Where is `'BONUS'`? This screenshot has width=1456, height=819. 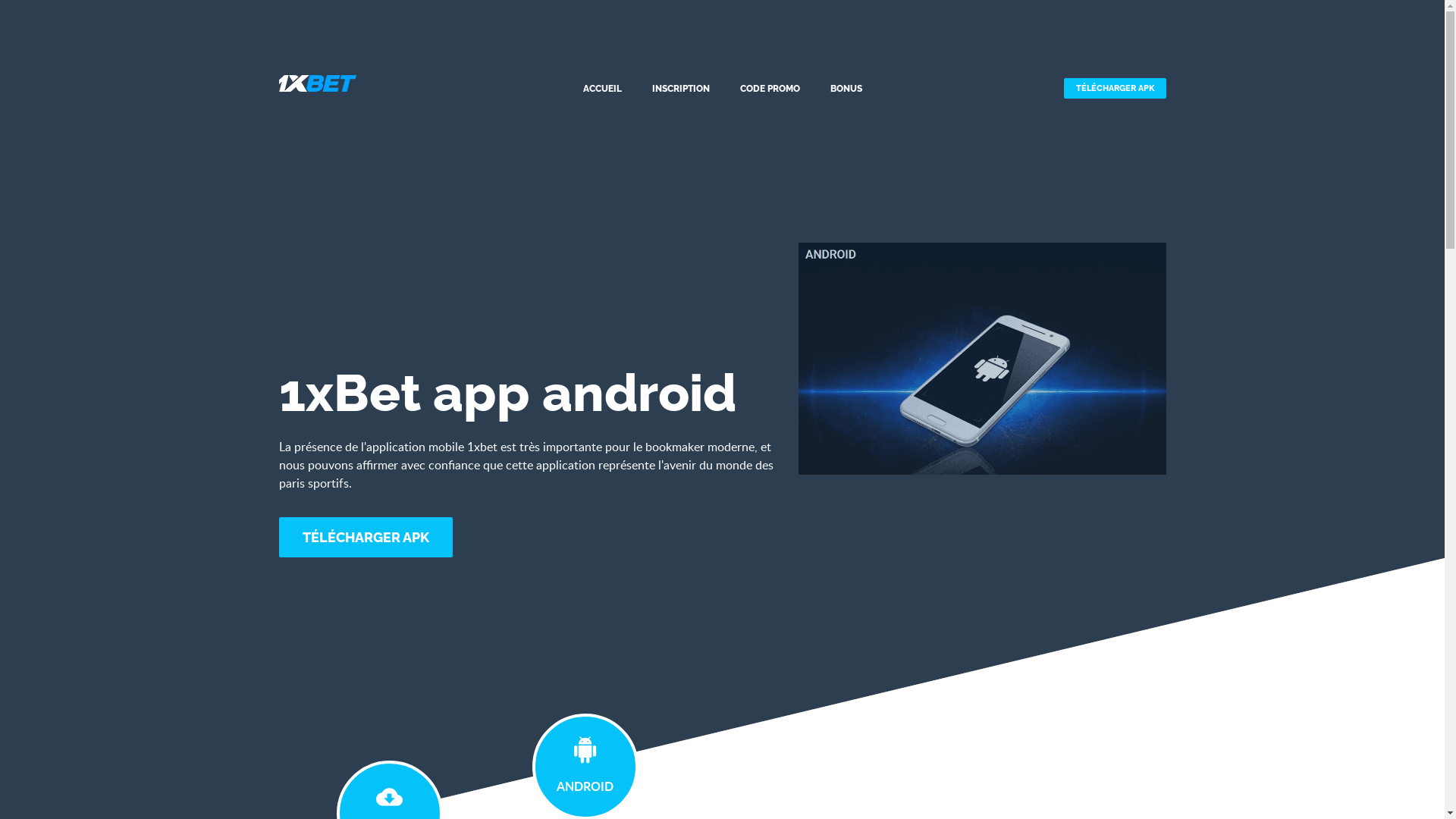 'BONUS' is located at coordinates (846, 88).